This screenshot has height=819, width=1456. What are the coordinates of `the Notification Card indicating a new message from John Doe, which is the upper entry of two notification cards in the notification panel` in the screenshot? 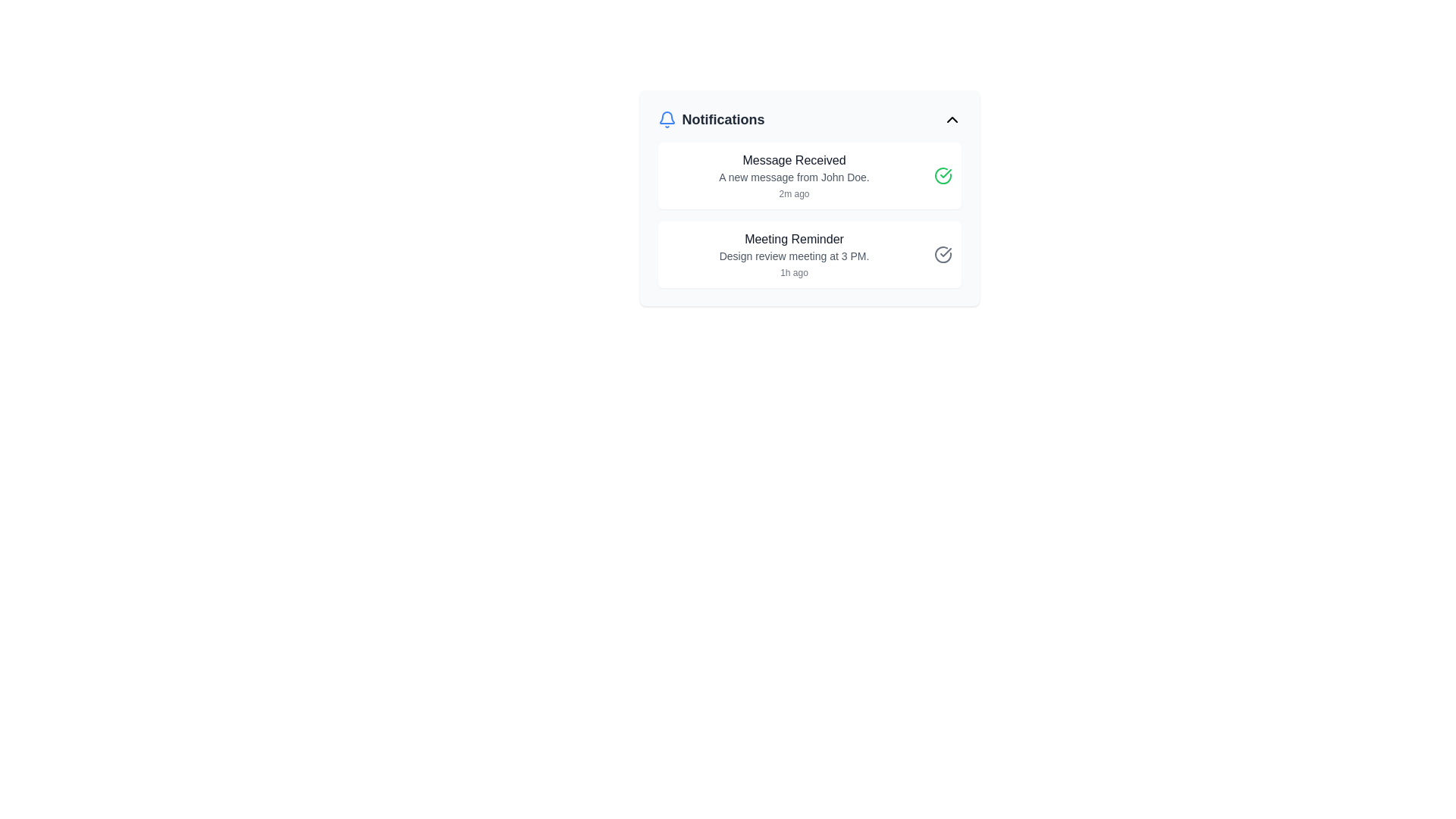 It's located at (808, 198).